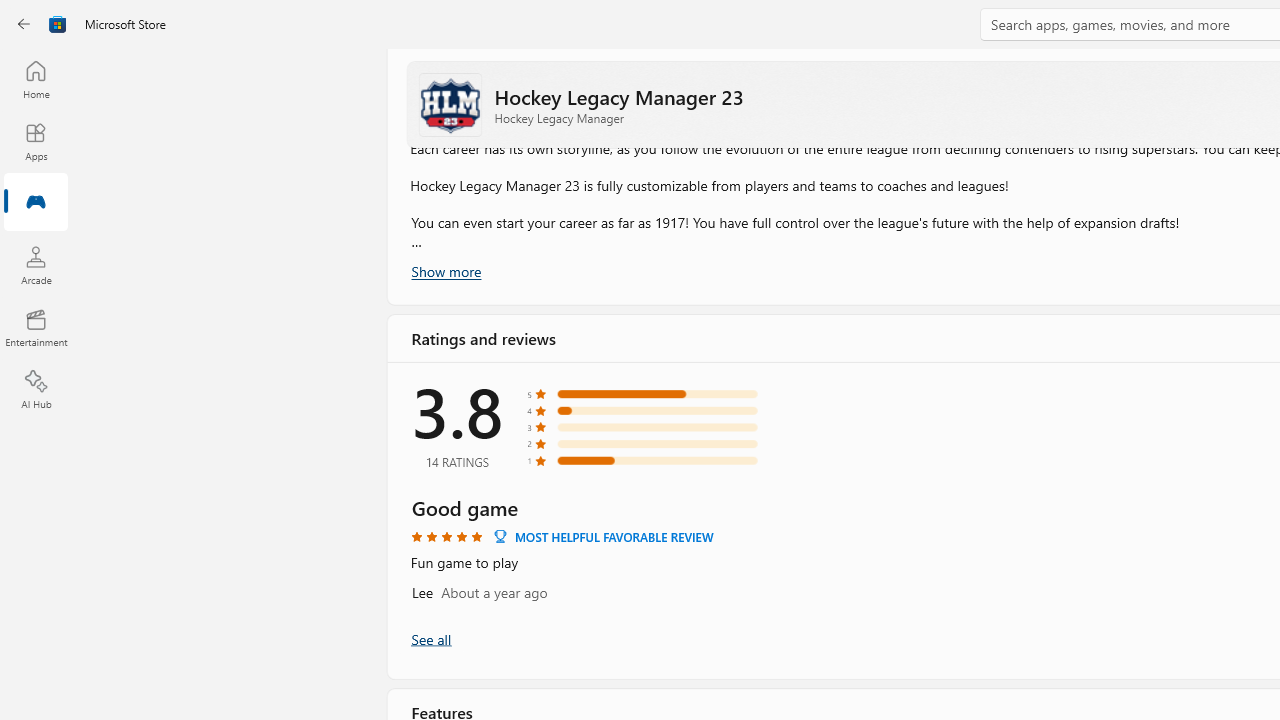 The image size is (1280, 720). I want to click on 'Back', so click(24, 24).